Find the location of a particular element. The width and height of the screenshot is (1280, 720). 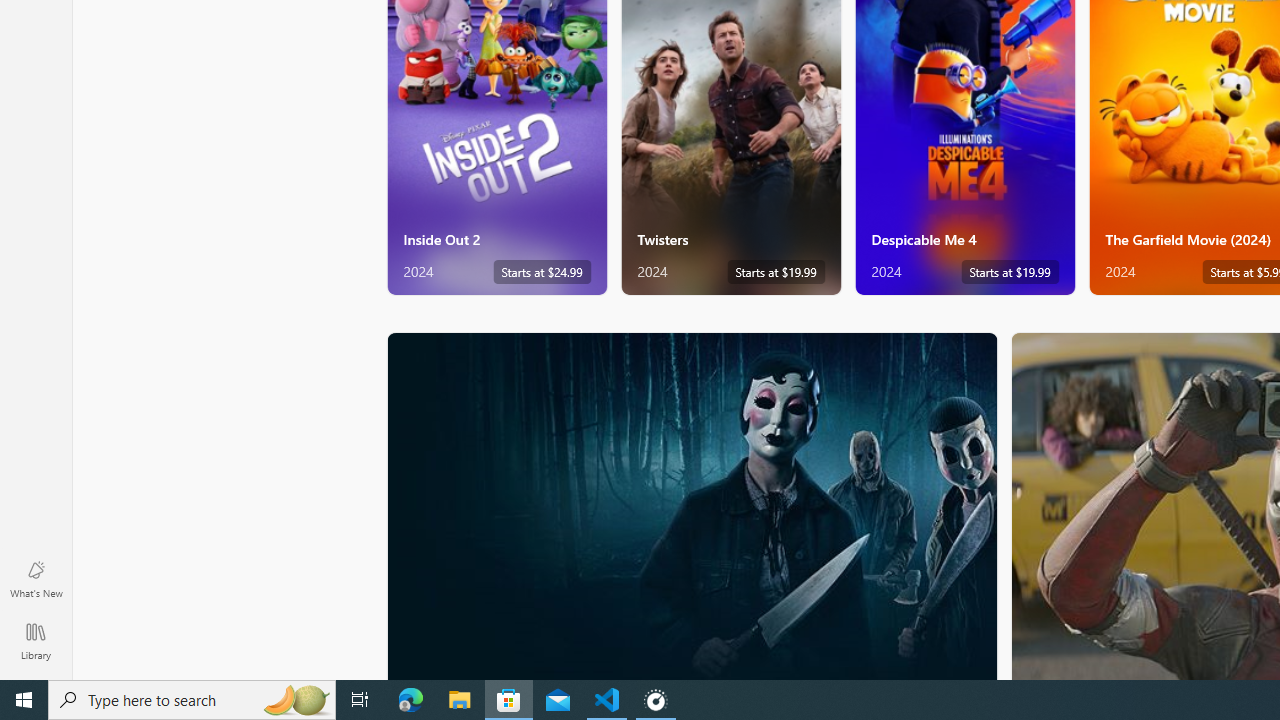

'Horror' is located at coordinates (692, 504).